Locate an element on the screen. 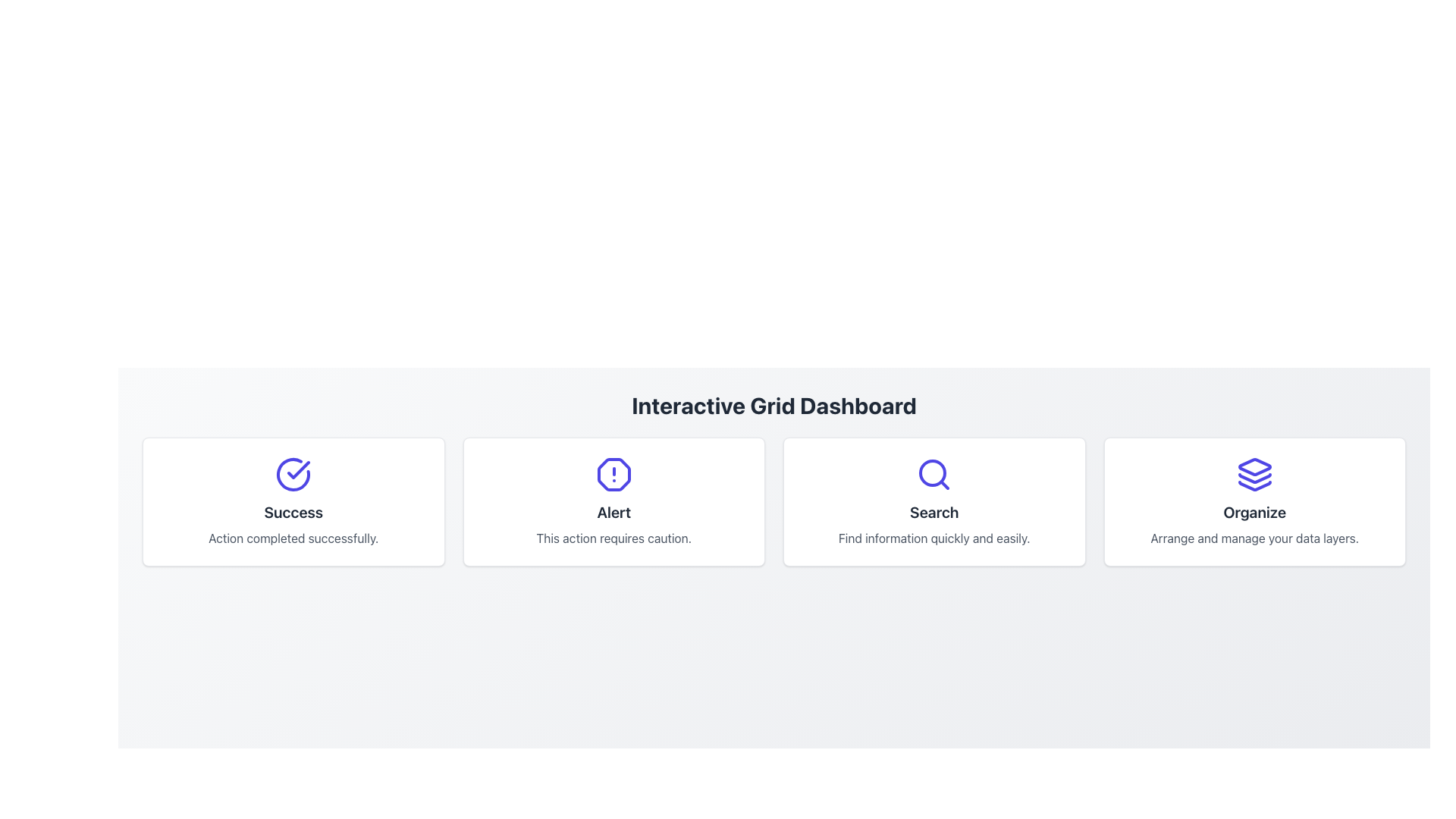 The width and height of the screenshot is (1456, 819). the icon on the Informational card, which is the third card in the grid layout, positioned between the Alert card and the Organize card is located at coordinates (934, 502).